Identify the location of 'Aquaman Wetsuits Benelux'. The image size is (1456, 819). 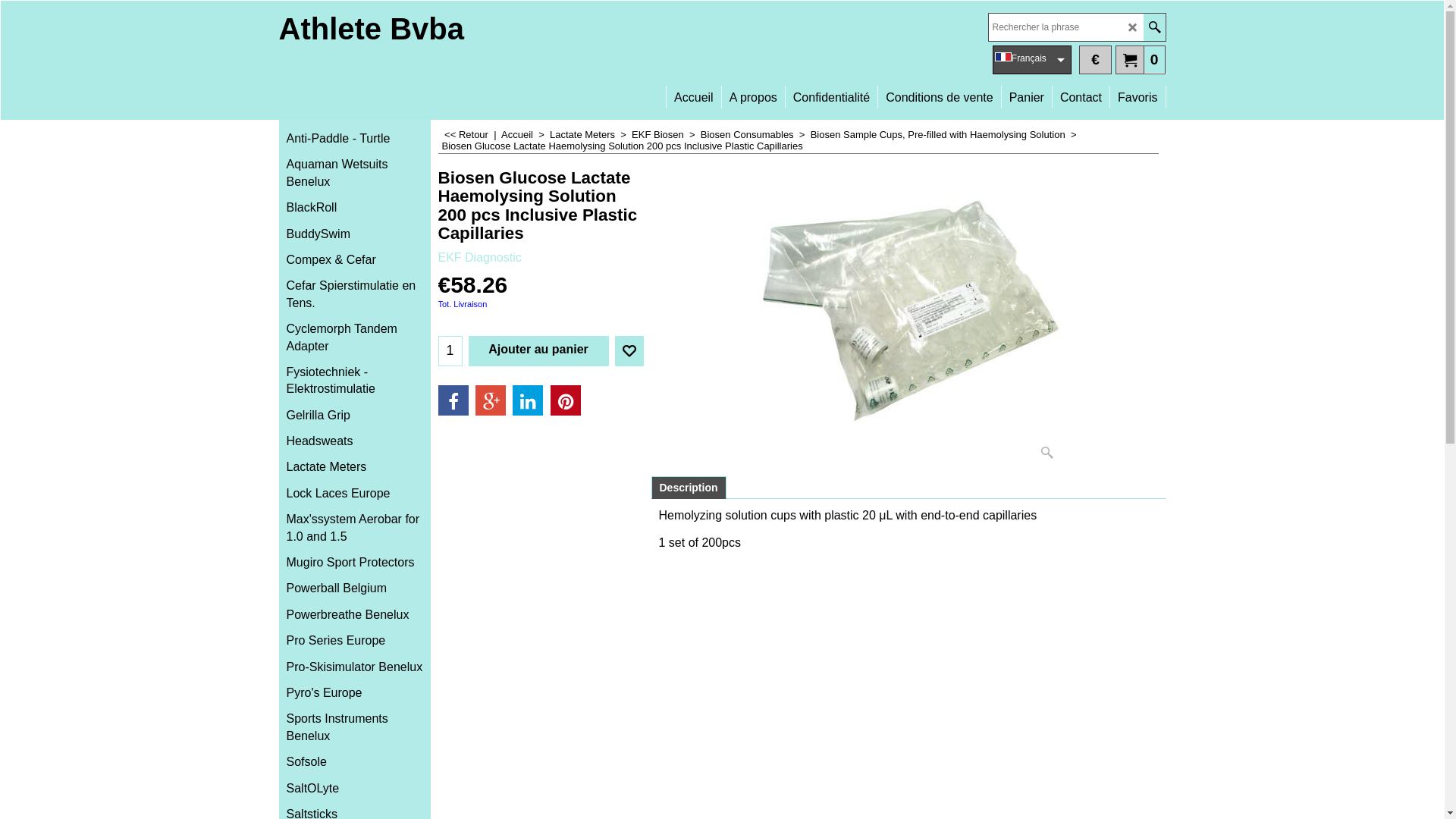
(354, 172).